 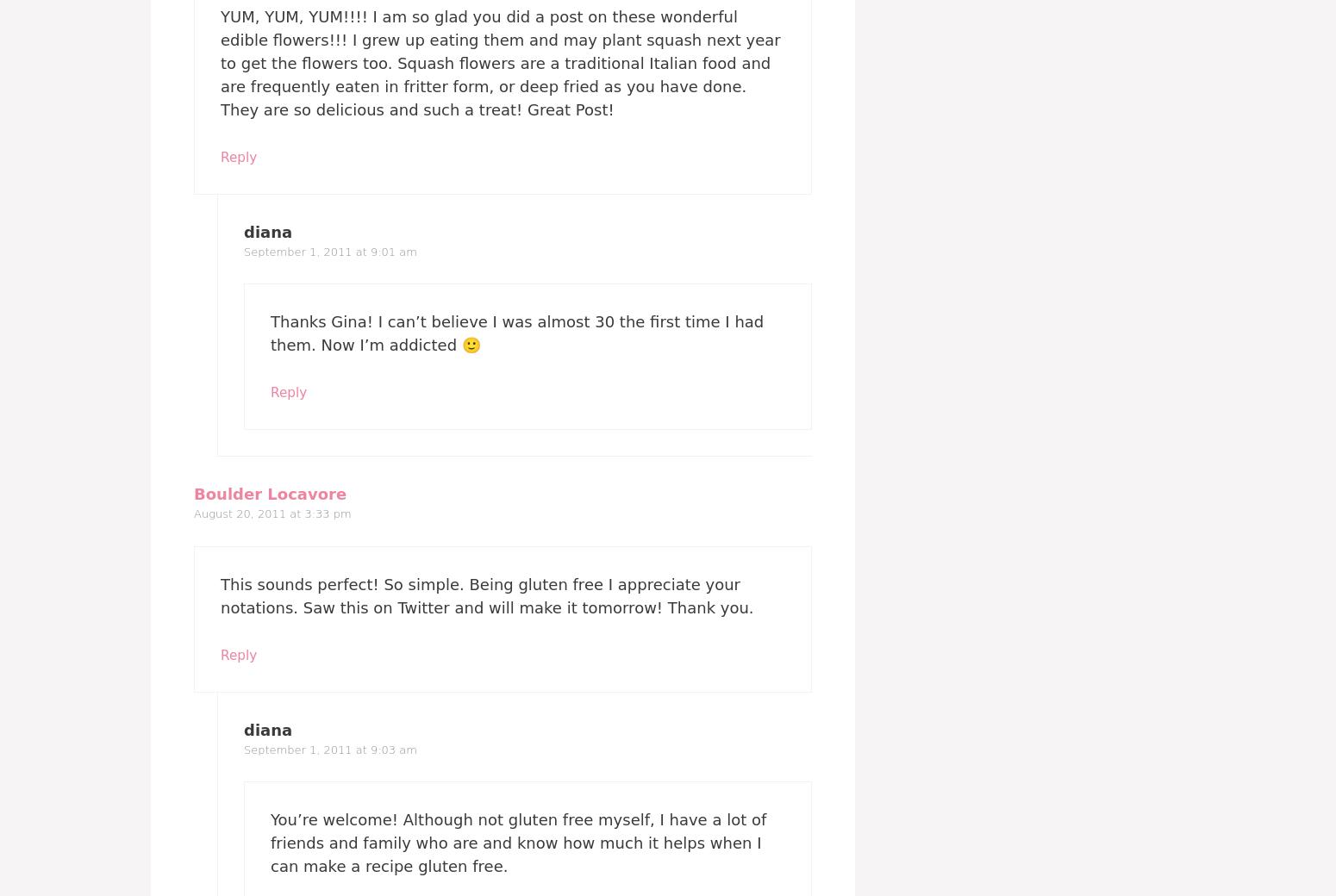 What do you see at coordinates (329, 250) in the screenshot?
I see `'September 1, 2011 at 9:01 am'` at bounding box center [329, 250].